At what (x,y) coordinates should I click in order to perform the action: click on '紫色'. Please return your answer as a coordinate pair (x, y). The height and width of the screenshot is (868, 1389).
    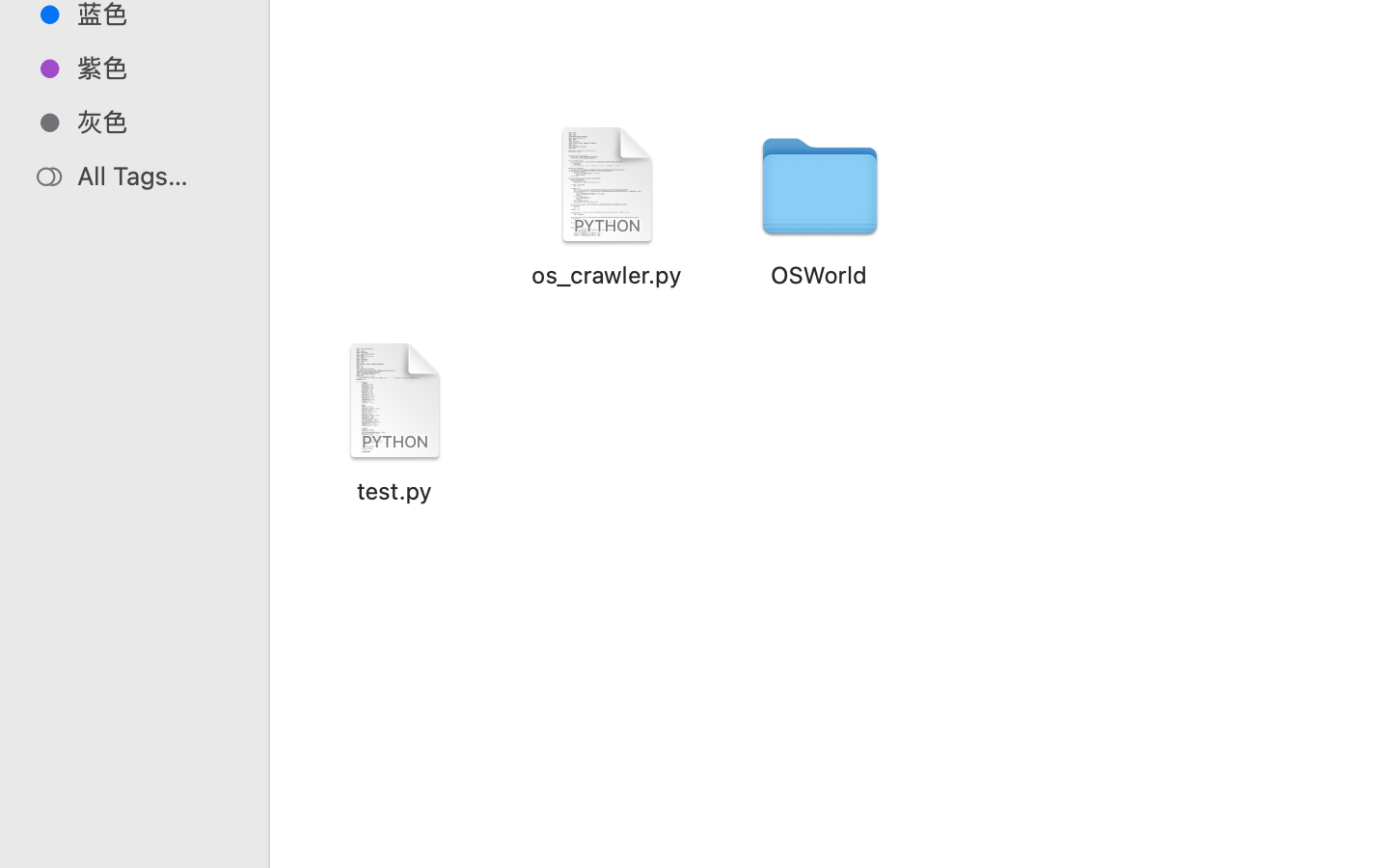
    Looking at the image, I should click on (153, 67).